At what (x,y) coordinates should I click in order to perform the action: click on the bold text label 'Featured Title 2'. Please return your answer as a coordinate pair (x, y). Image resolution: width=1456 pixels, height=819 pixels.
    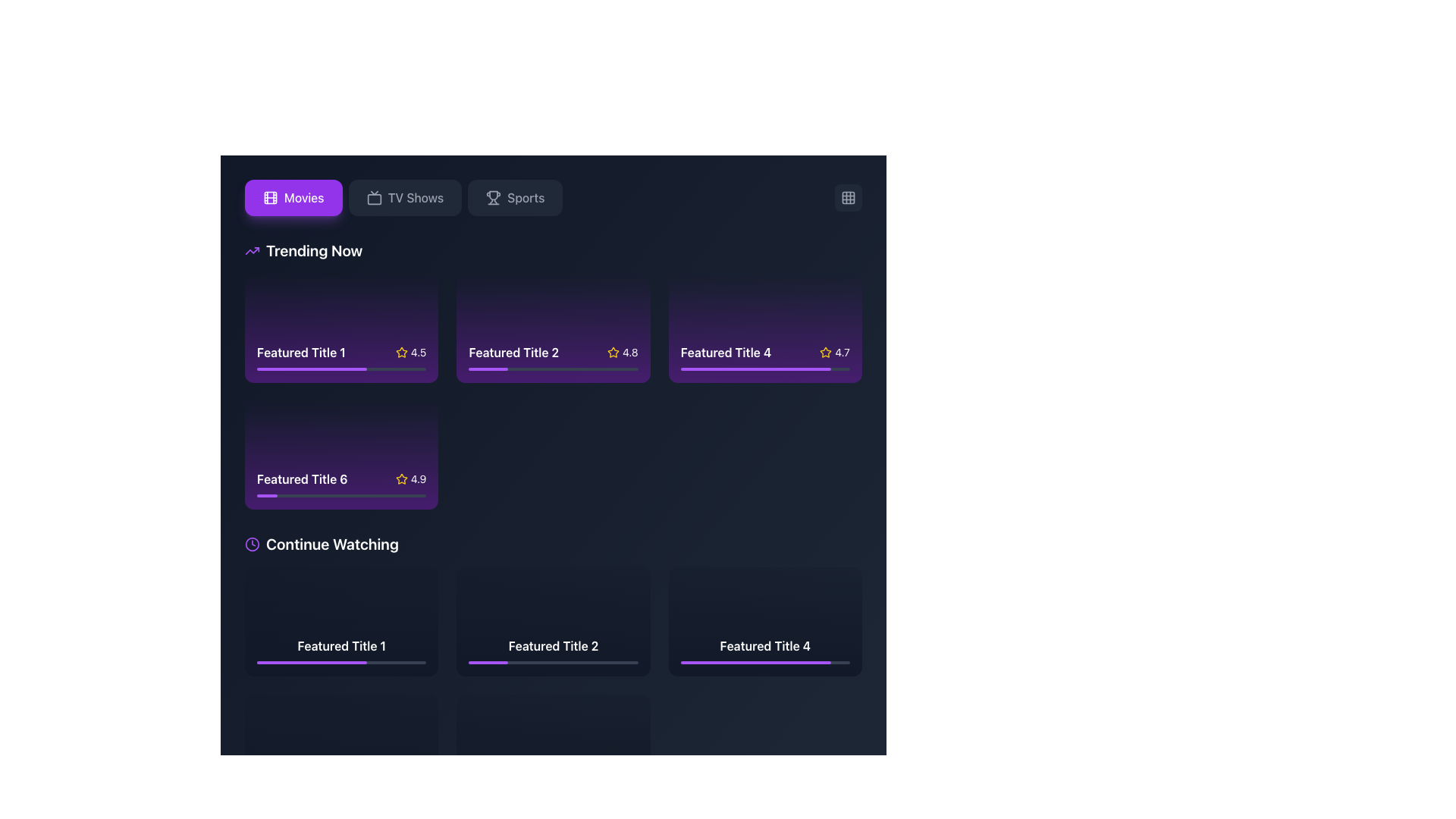
    Looking at the image, I should click on (552, 649).